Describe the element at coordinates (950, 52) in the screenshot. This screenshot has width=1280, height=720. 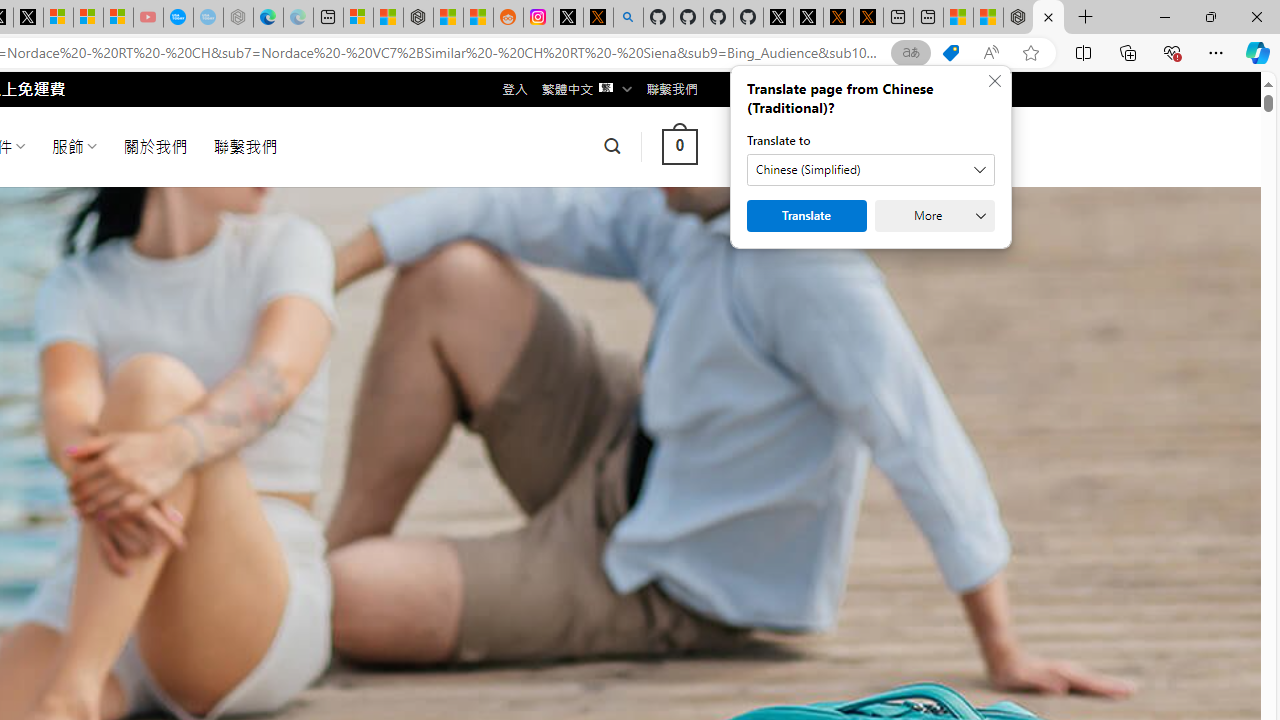
I see `'This site has coupons! Shopping in Microsoft Edge'` at that location.